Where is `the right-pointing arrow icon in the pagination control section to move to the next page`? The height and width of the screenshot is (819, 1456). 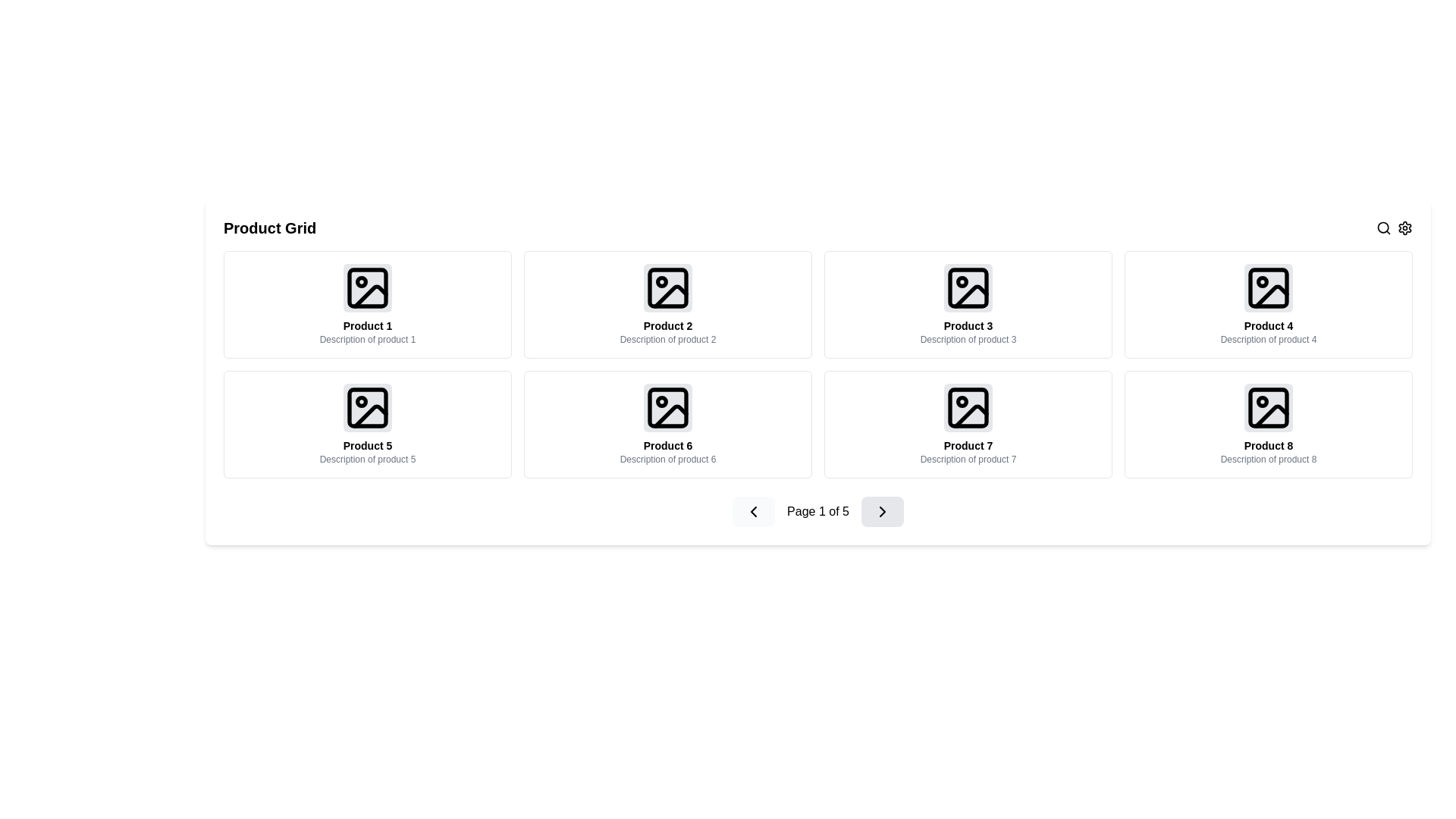 the right-pointing arrow icon in the pagination control section to move to the next page is located at coordinates (882, 512).